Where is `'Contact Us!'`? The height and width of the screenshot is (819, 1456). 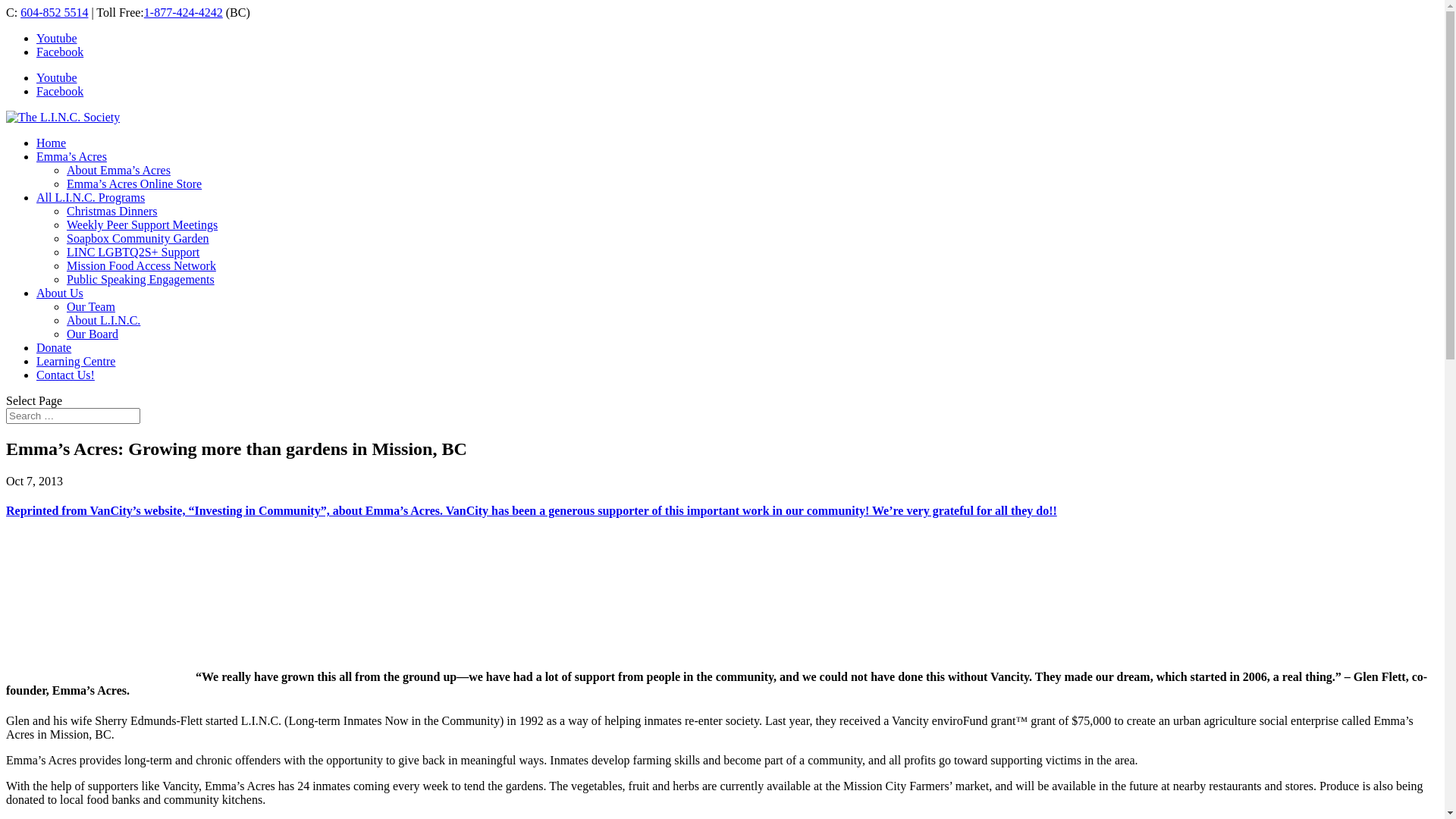 'Contact Us!' is located at coordinates (64, 375).